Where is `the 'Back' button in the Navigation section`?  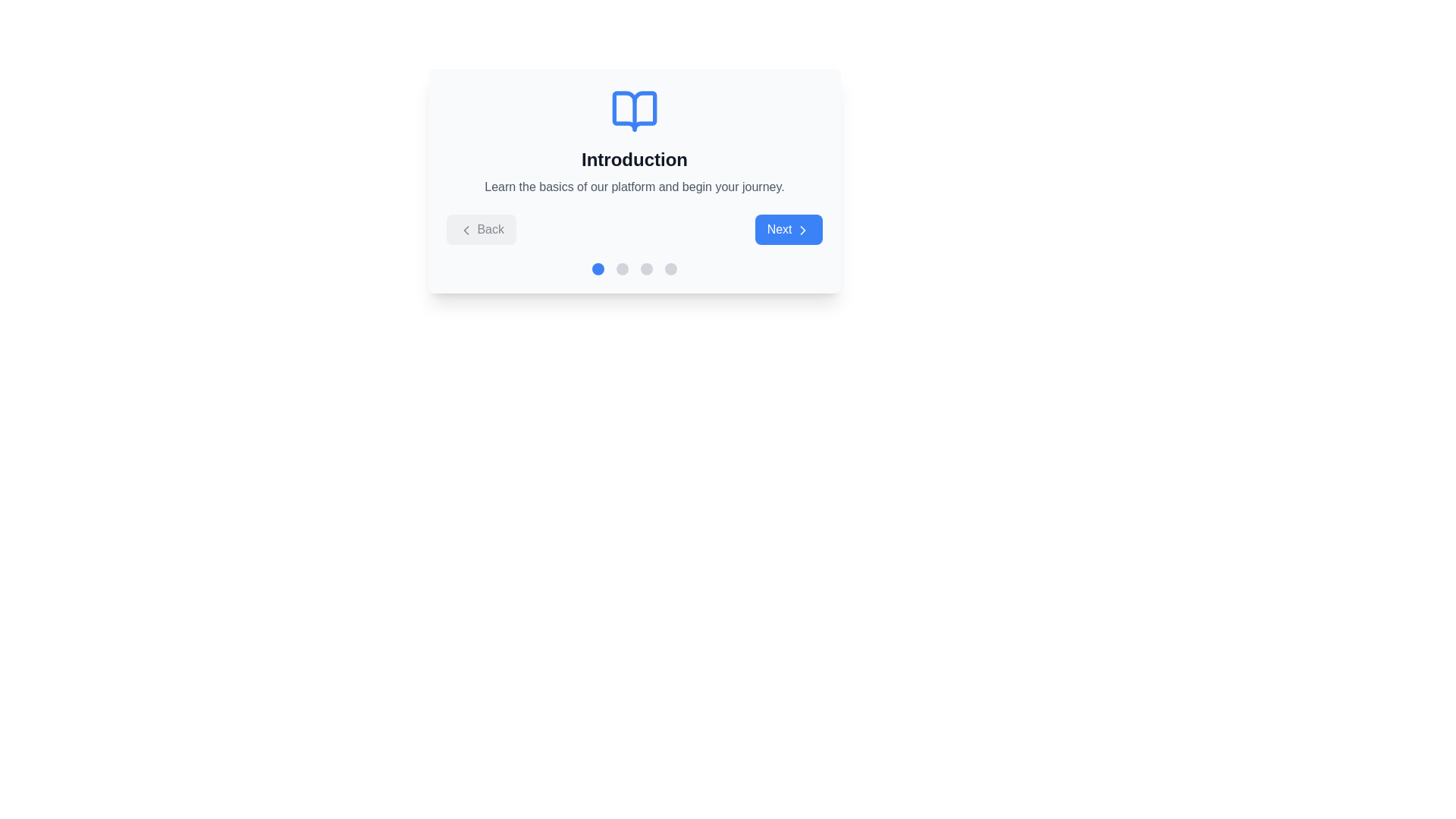
the 'Back' button in the Navigation section is located at coordinates (634, 230).